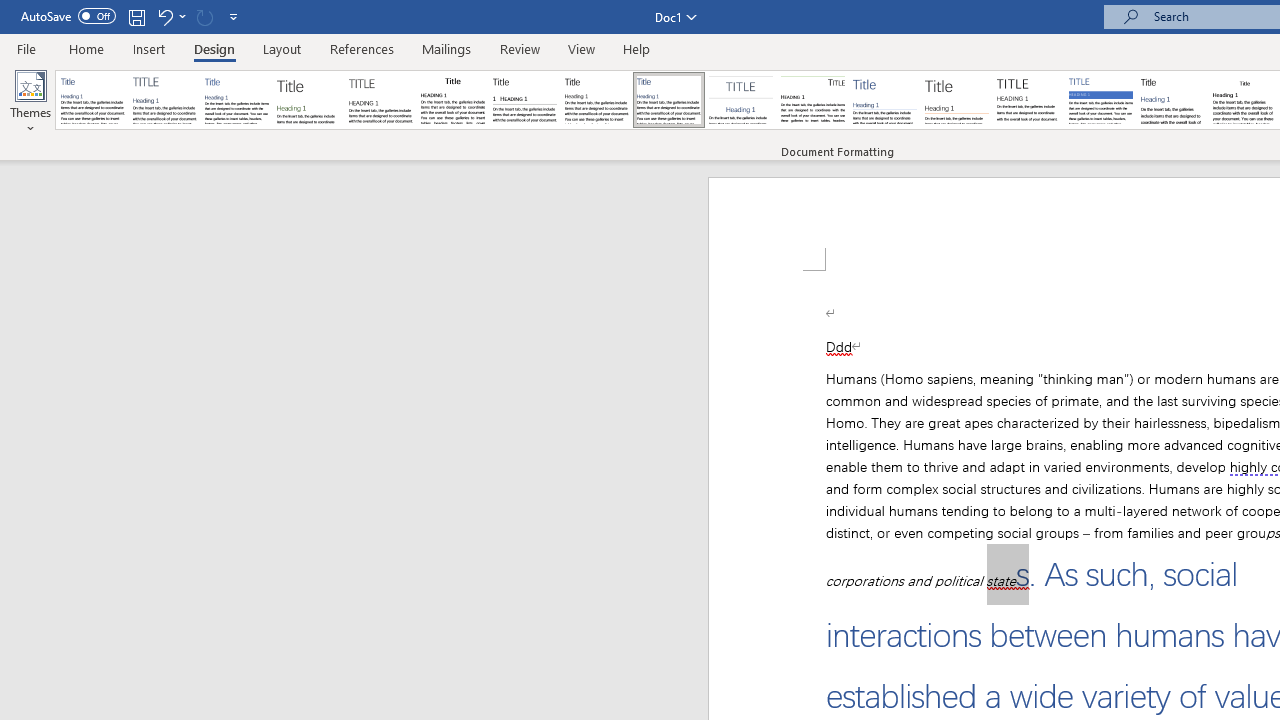 The height and width of the screenshot is (720, 1280). I want to click on 'Lines (Simple)', so click(884, 100).